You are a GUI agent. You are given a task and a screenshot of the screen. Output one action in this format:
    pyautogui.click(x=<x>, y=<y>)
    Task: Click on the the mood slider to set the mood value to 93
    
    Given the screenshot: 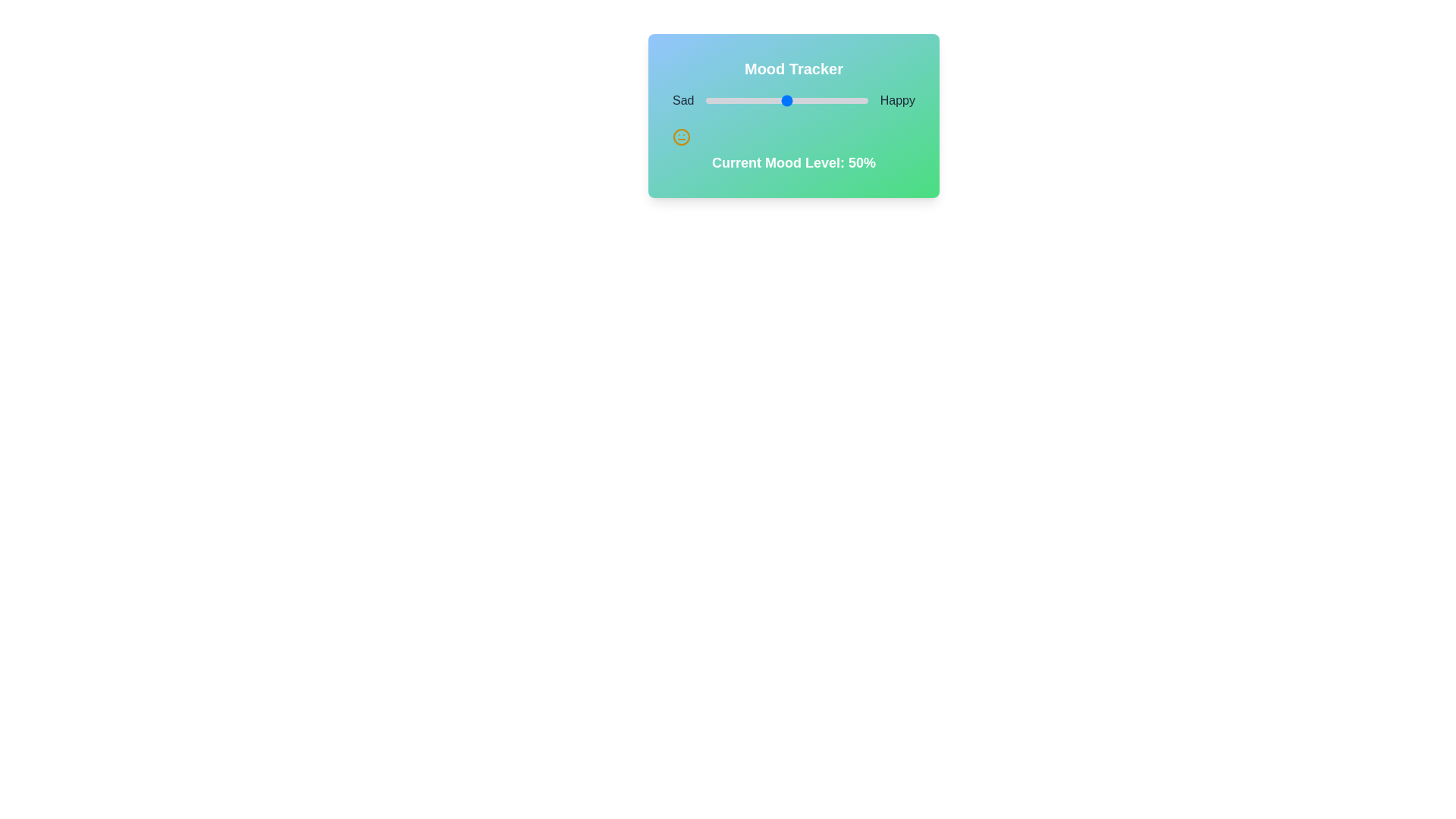 What is the action you would take?
    pyautogui.click(x=856, y=100)
    